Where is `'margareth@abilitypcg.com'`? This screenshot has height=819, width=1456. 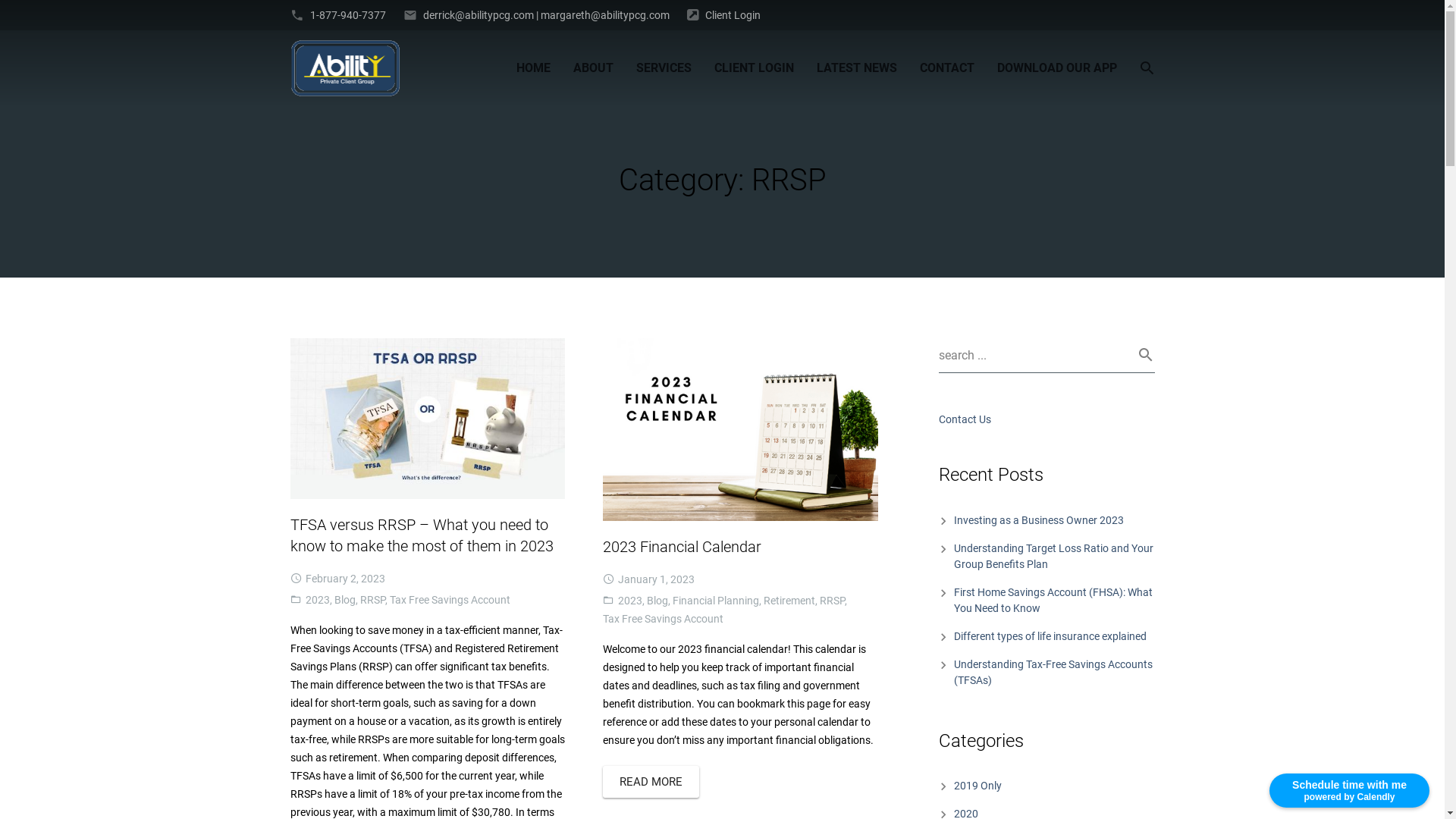
'margareth@abilitypcg.com' is located at coordinates (539, 14).